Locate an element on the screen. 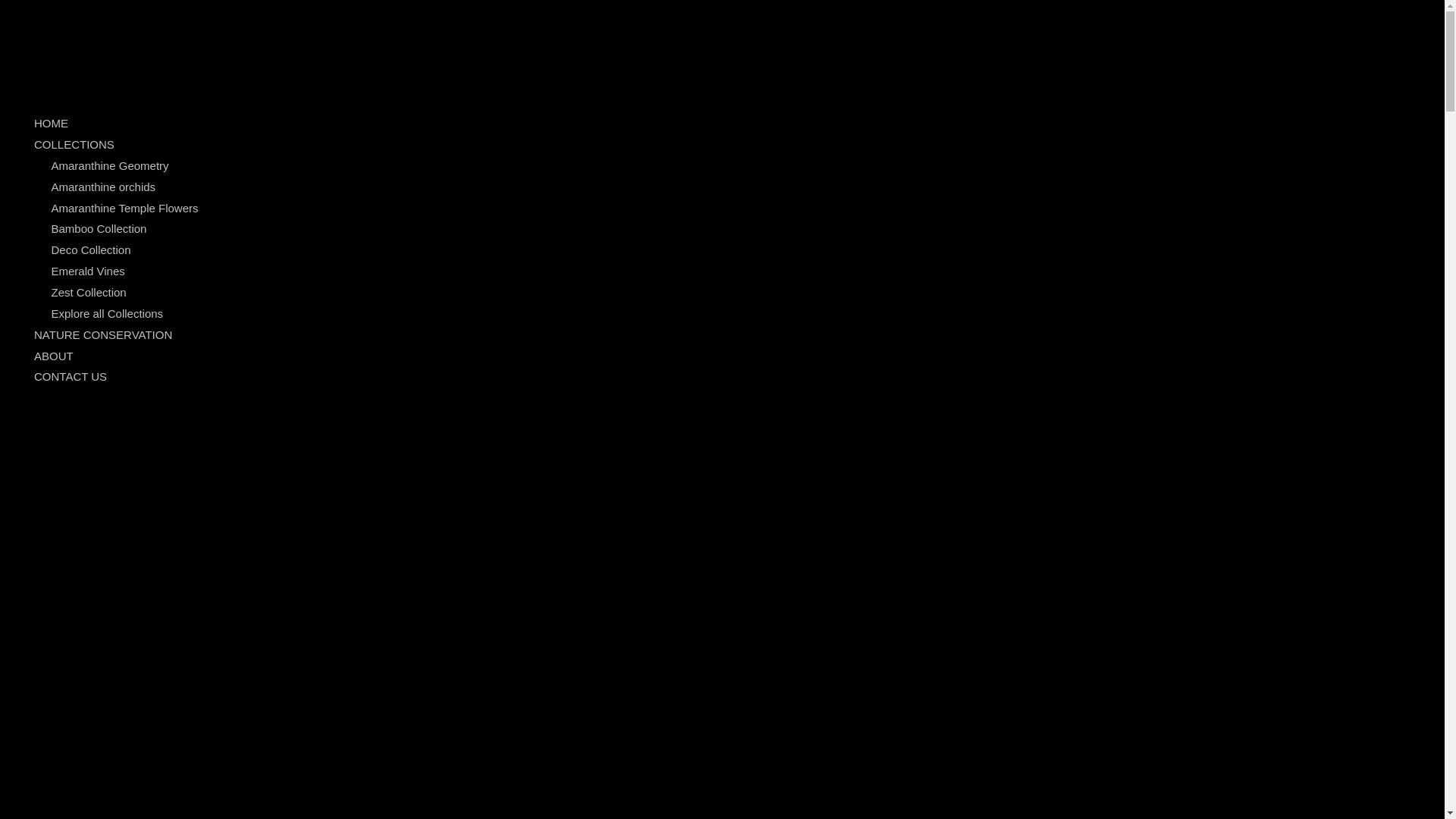 The height and width of the screenshot is (819, 1456). 'HOME' is located at coordinates (51, 122).